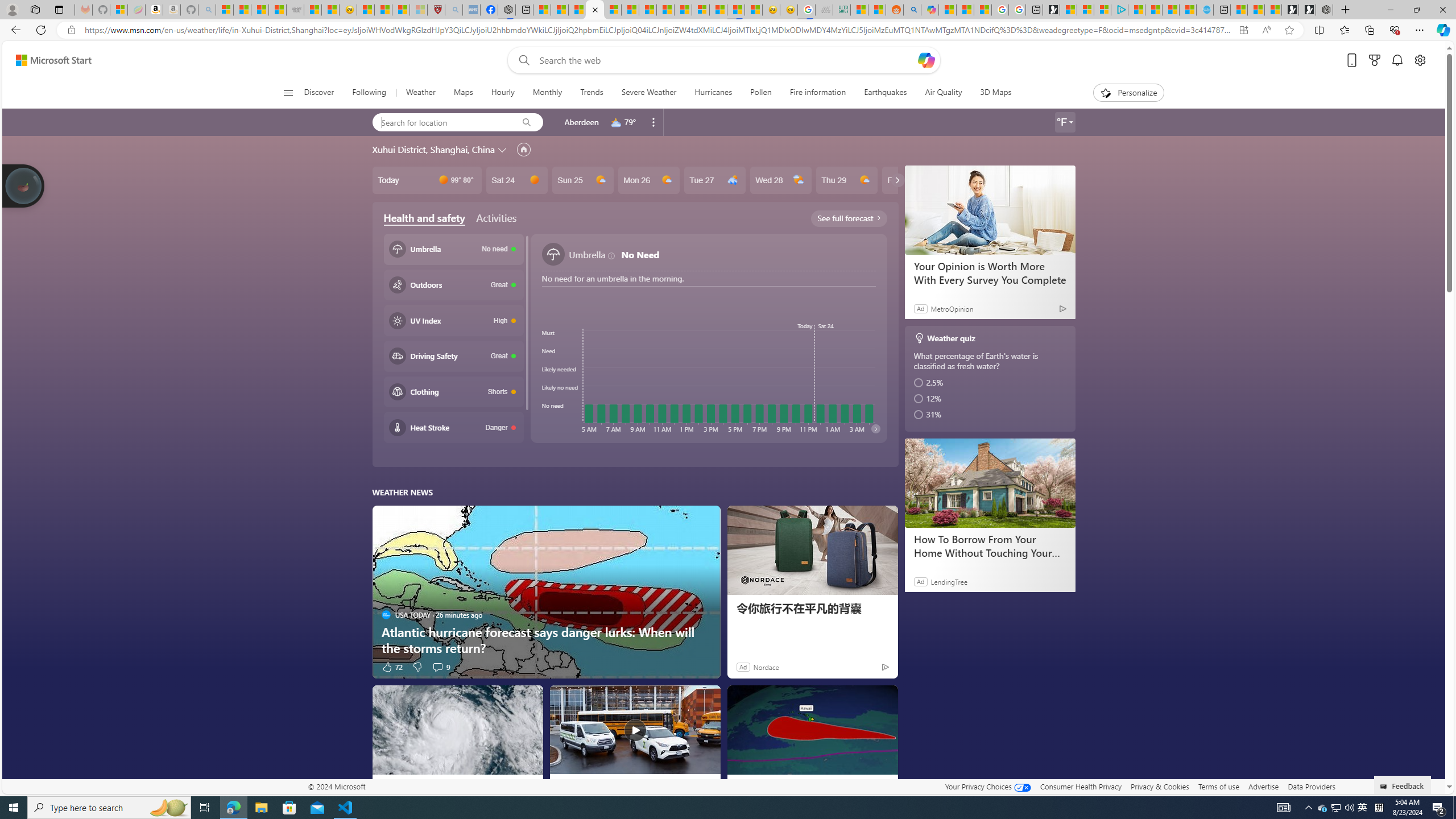 The height and width of the screenshot is (819, 1456). Describe the element at coordinates (648, 92) in the screenshot. I see `'Severe Weather'` at that location.